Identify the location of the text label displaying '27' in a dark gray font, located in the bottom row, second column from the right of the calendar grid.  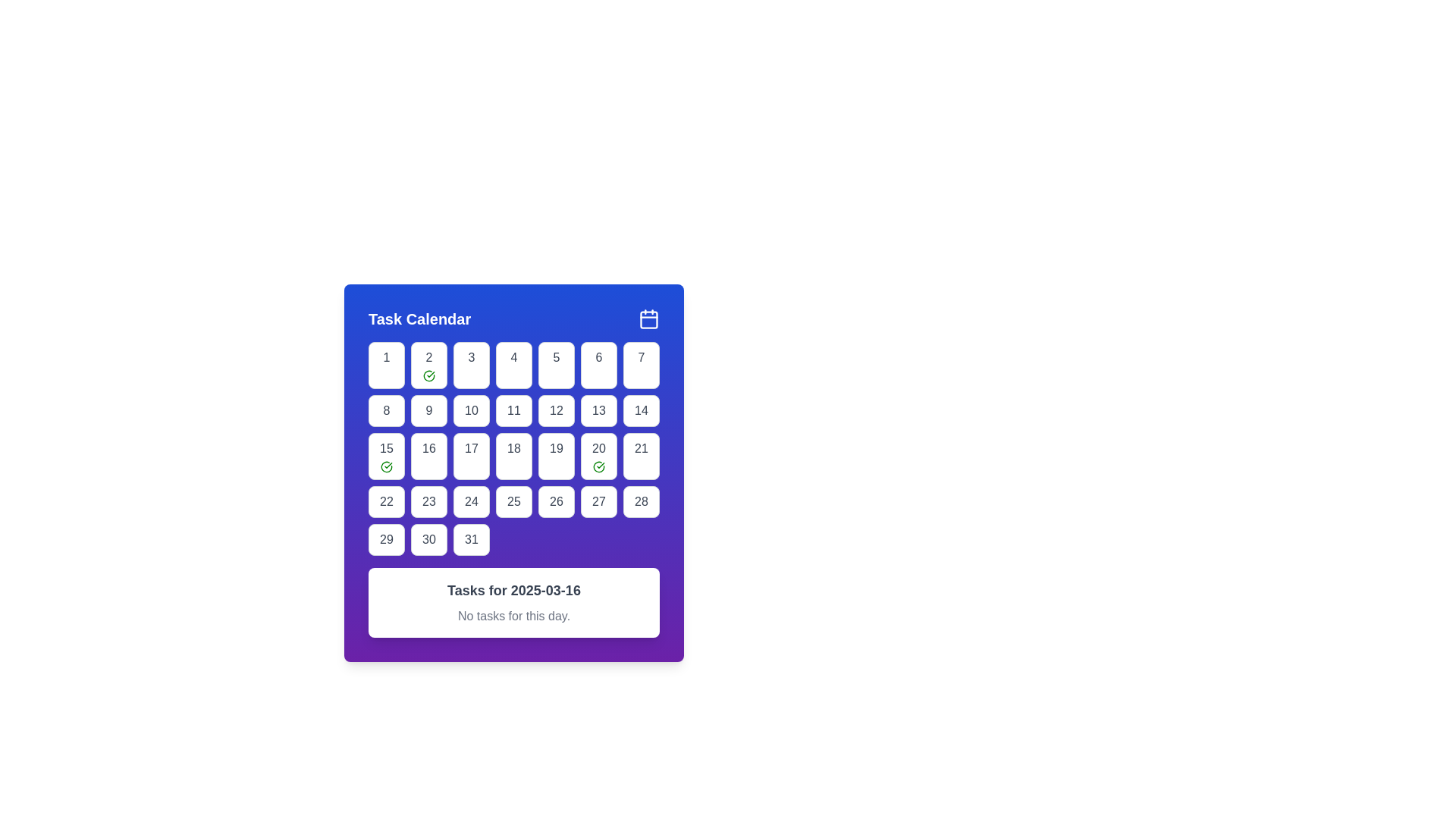
(598, 502).